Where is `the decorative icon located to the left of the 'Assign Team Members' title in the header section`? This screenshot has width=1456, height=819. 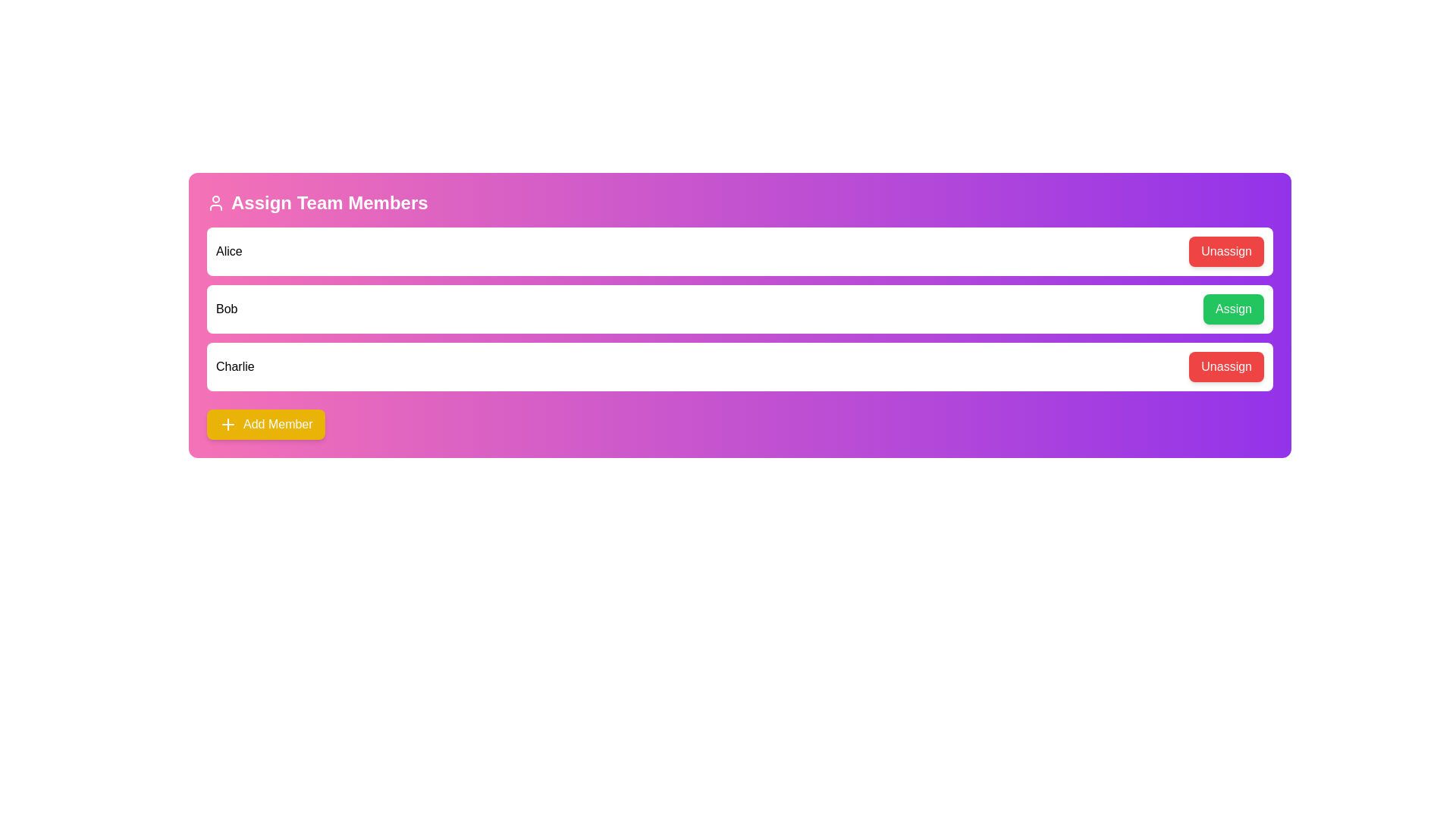
the decorative icon located to the left of the 'Assign Team Members' title in the header section is located at coordinates (215, 202).